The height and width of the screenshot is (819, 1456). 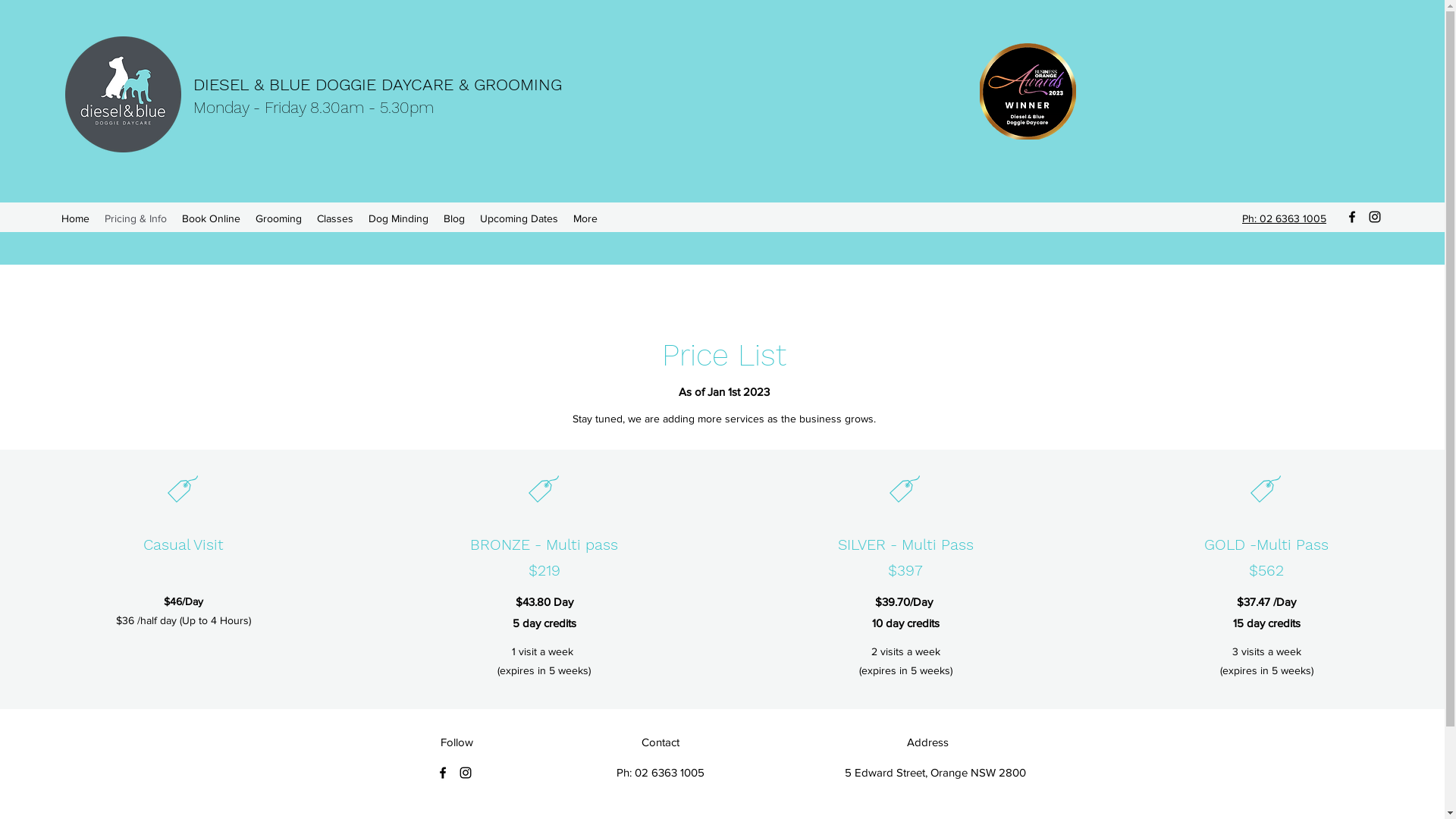 I want to click on 'Grooming', so click(x=247, y=218).